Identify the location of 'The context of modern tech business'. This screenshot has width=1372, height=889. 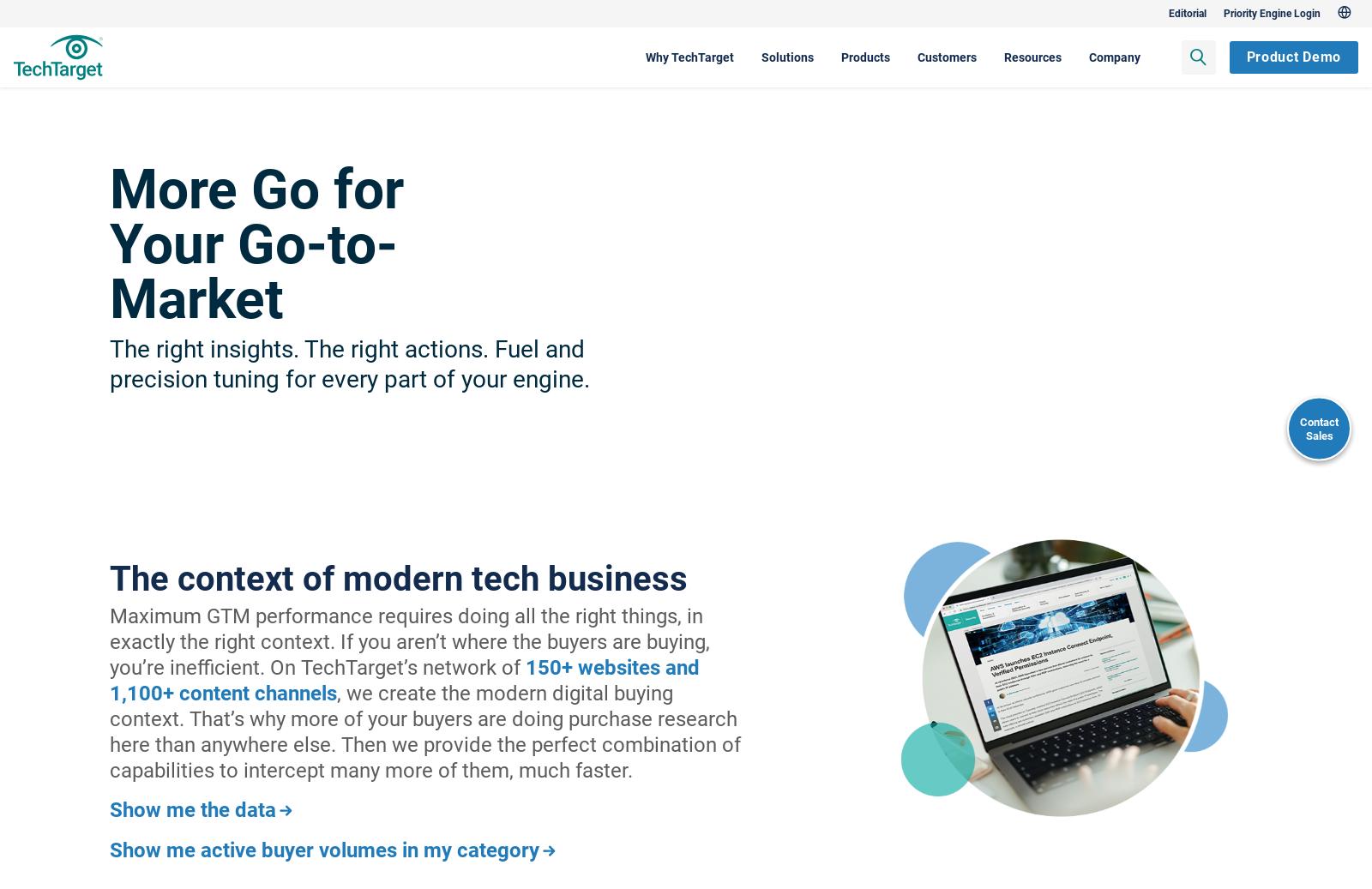
(109, 579).